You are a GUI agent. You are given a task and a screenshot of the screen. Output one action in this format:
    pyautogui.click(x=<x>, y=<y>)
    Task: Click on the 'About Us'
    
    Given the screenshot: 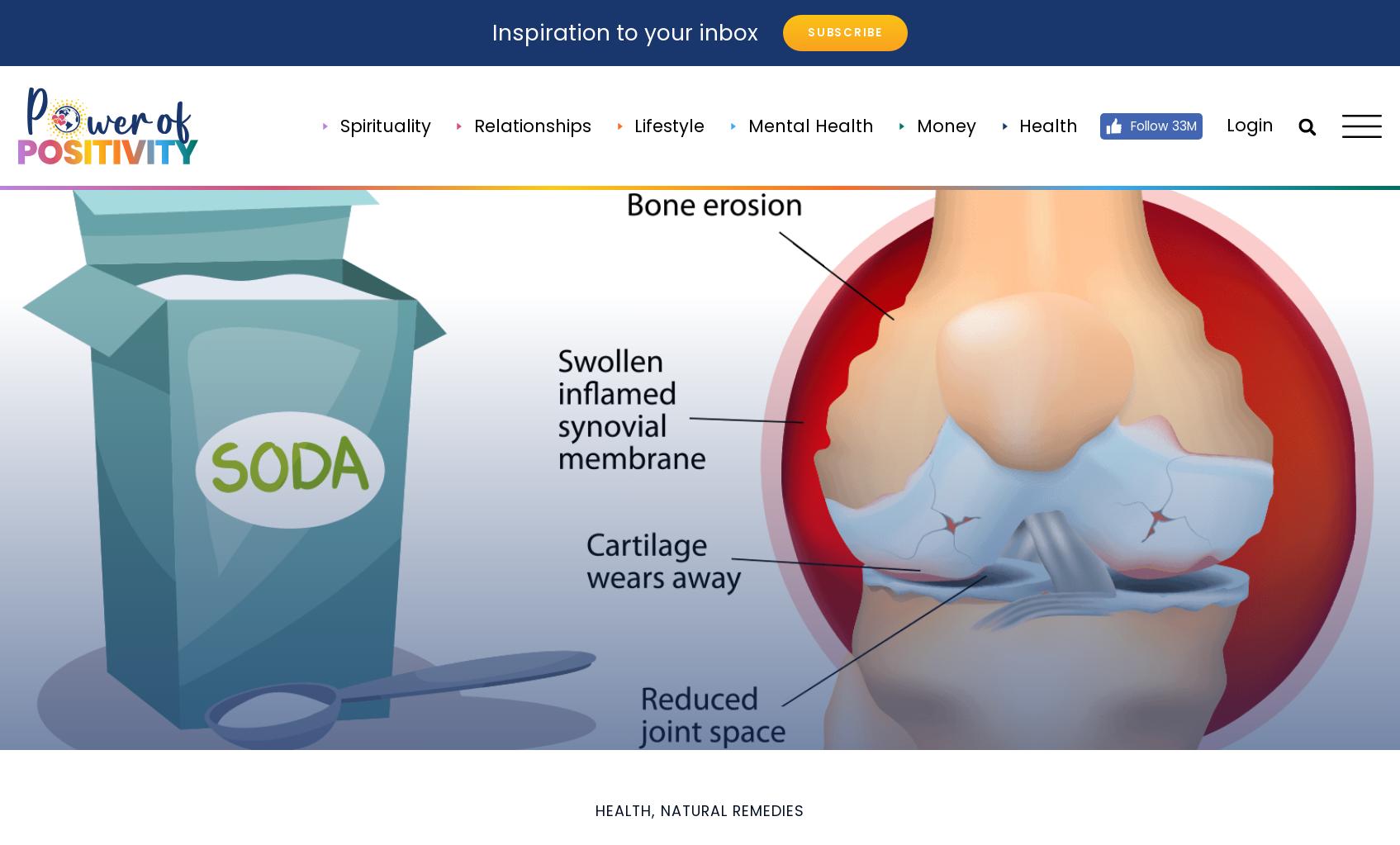 What is the action you would take?
    pyautogui.click(x=200, y=307)
    